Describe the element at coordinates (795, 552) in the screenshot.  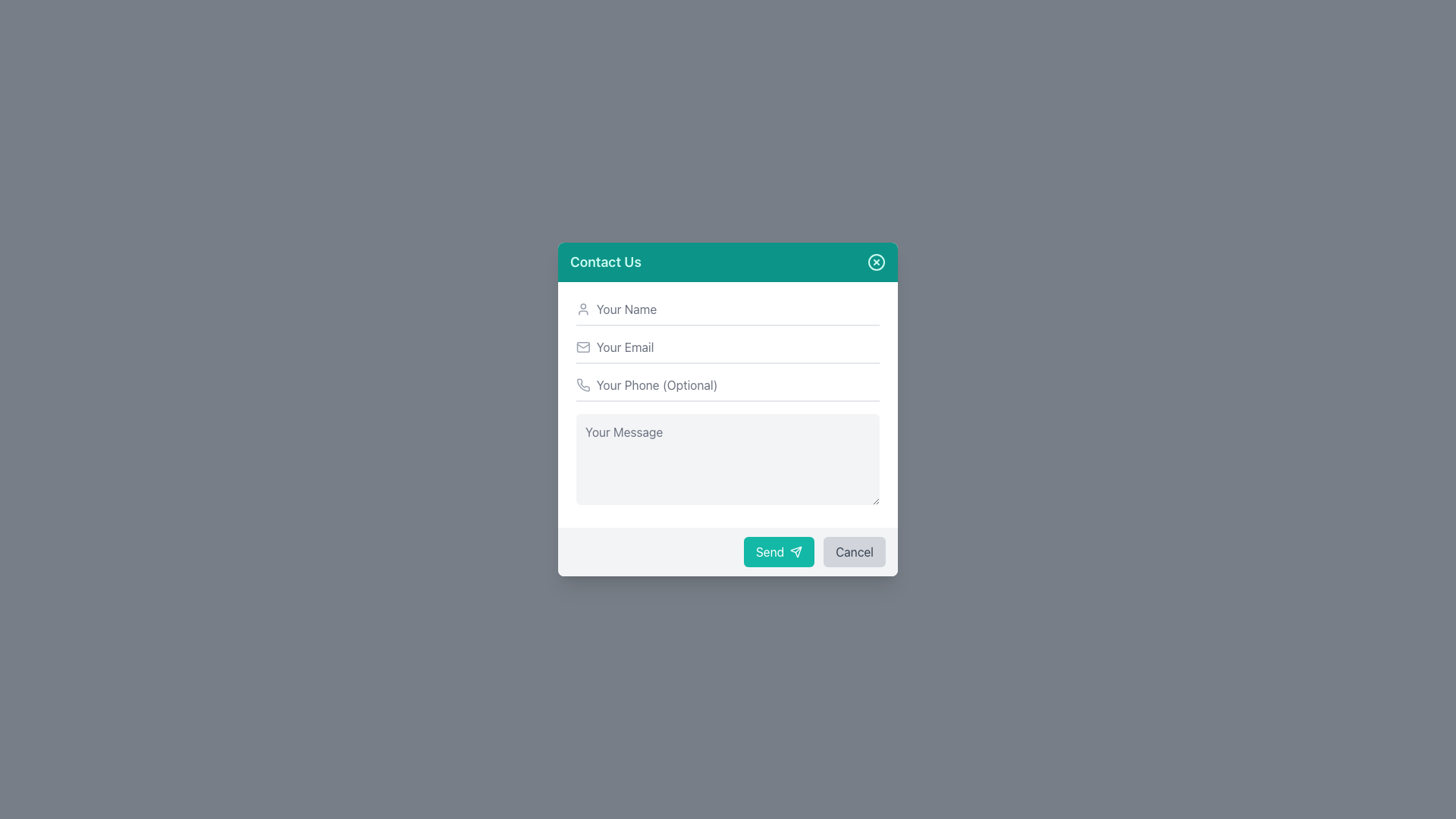
I see `the 'Send' button that contains a decorative icon resembling a stylized paper airplane, located at the bottom right corner of the contact form` at that location.